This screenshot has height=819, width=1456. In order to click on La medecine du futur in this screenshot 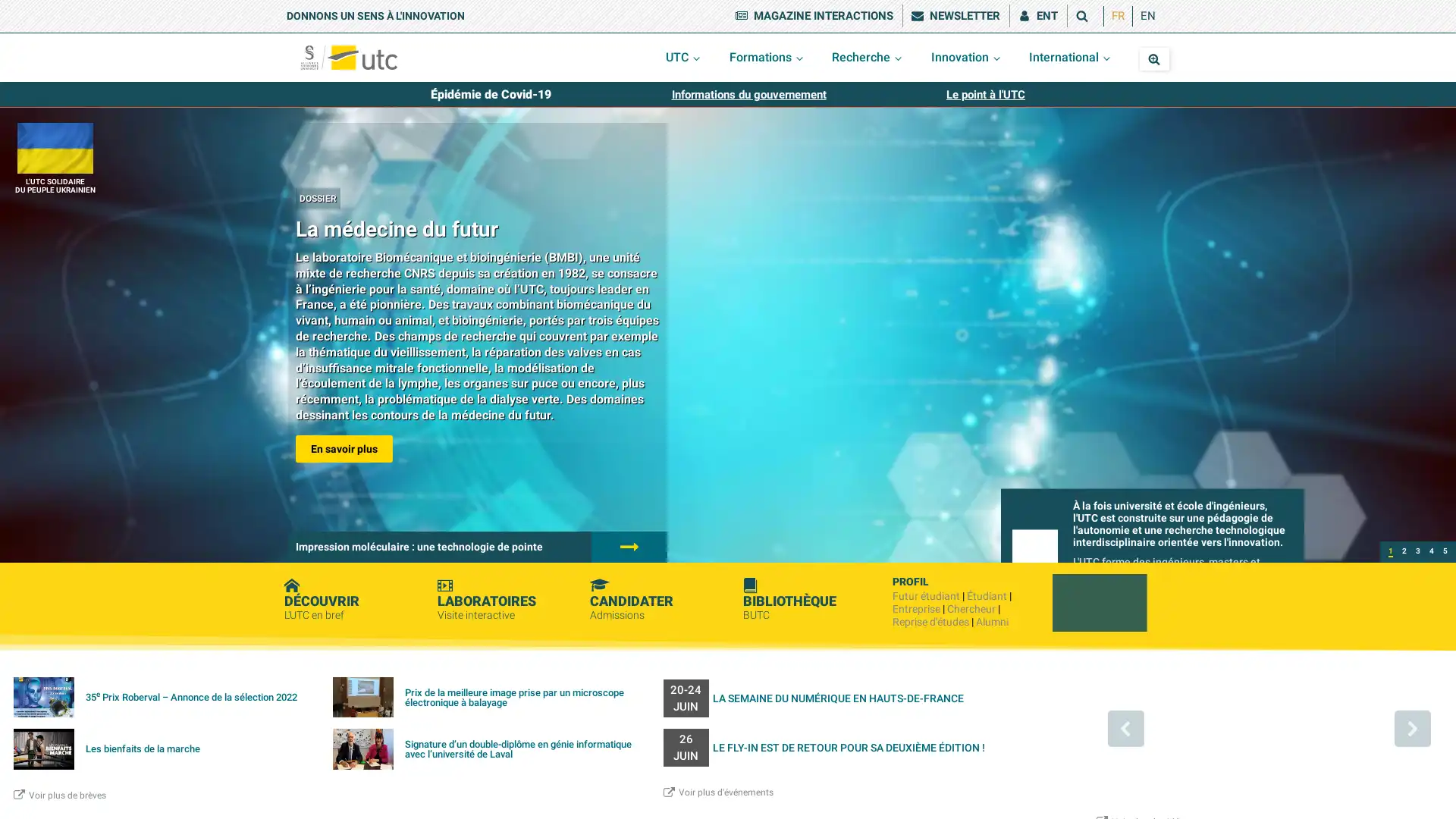, I will do `click(1390, 552)`.